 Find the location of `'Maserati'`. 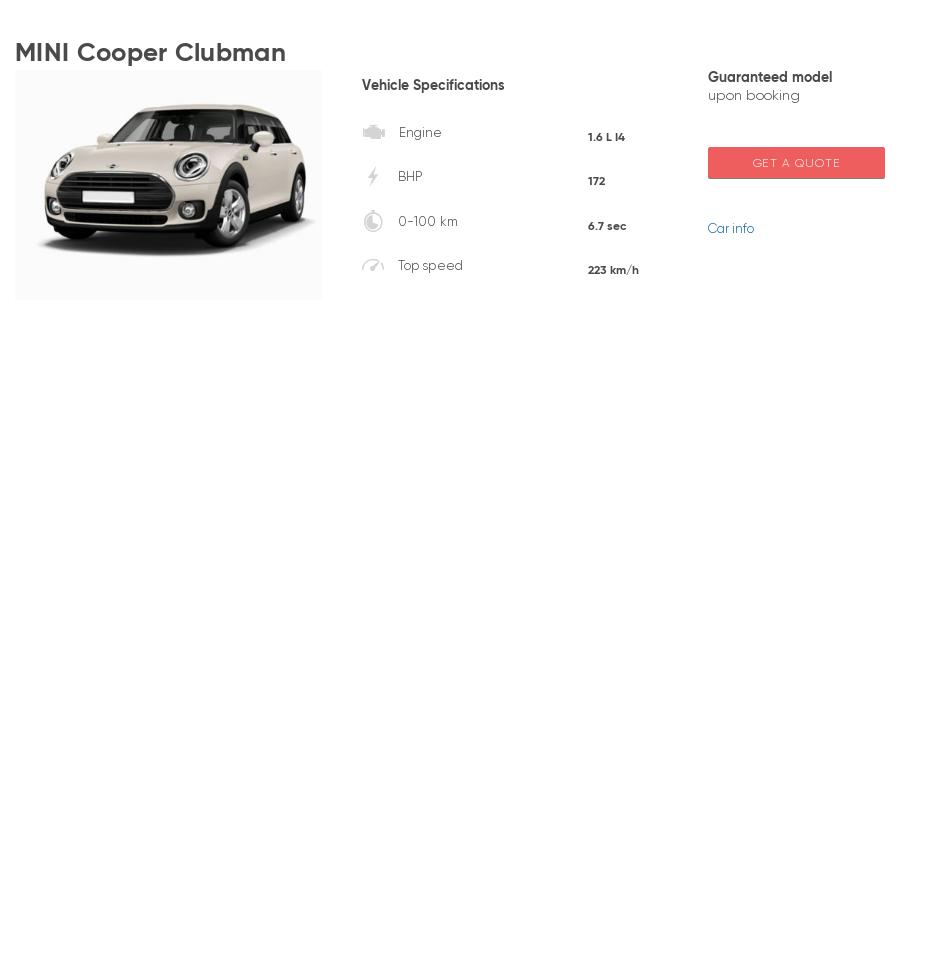

'Maserati' is located at coordinates (652, 544).